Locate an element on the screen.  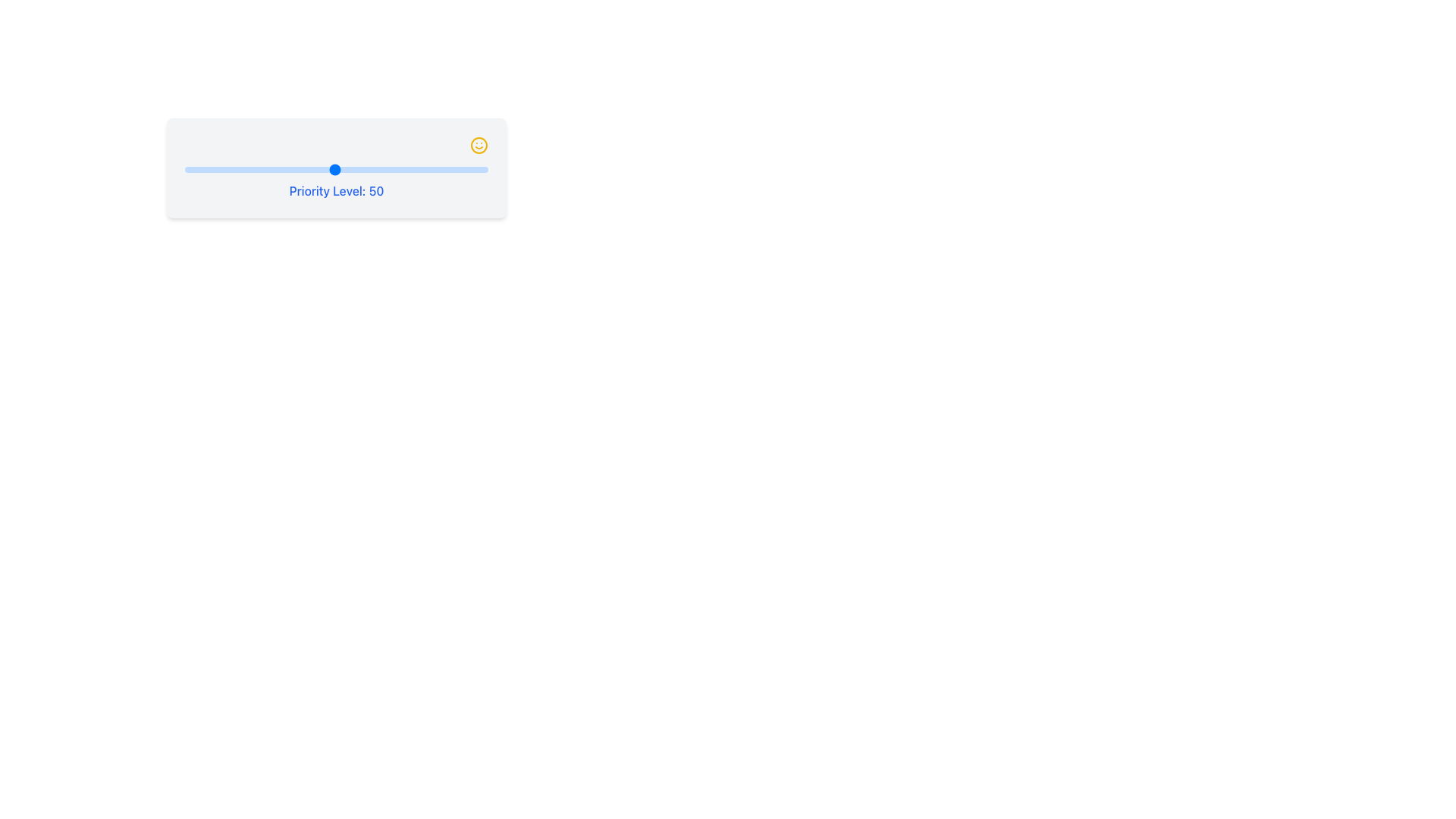
the priority level is located at coordinates (315, 169).